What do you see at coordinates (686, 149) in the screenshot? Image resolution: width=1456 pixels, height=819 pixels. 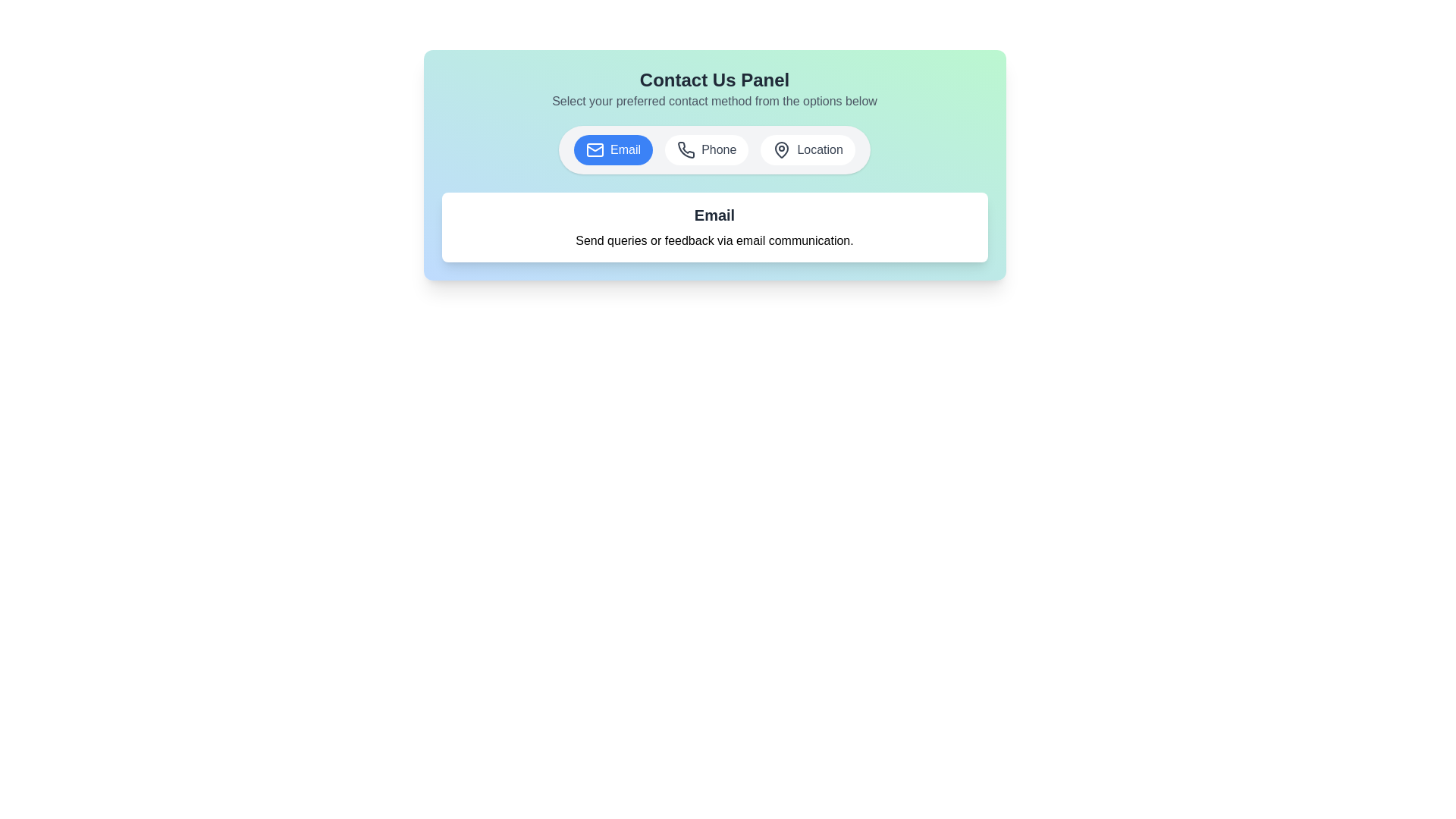 I see `the phone icon, which represents the call functionality and is located in the middle of the options labeled 'Email', 'Phone', and 'Location'` at bounding box center [686, 149].